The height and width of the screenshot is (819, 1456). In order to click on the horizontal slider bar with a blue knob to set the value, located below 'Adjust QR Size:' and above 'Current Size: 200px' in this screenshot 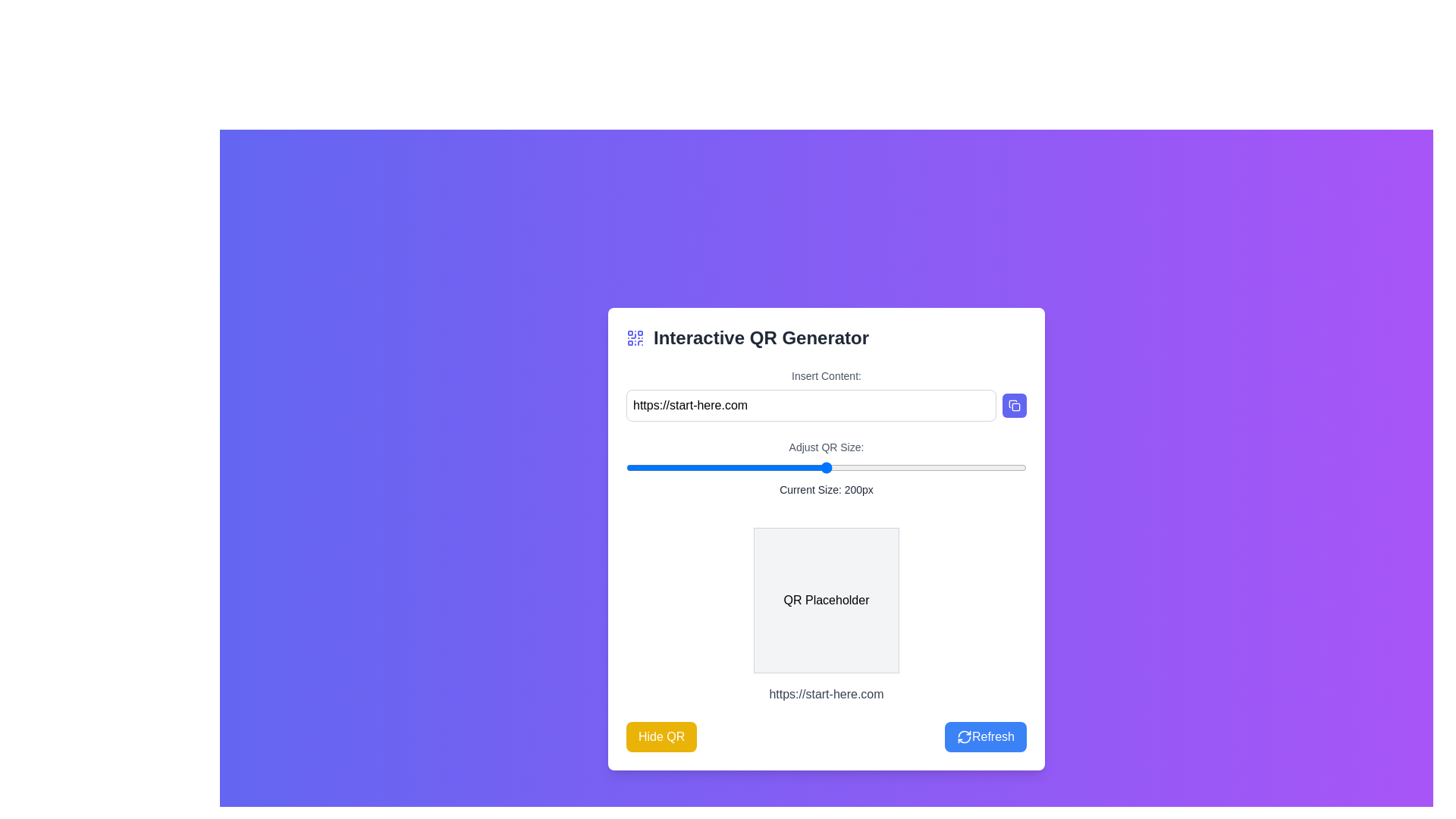, I will do `click(825, 467)`.